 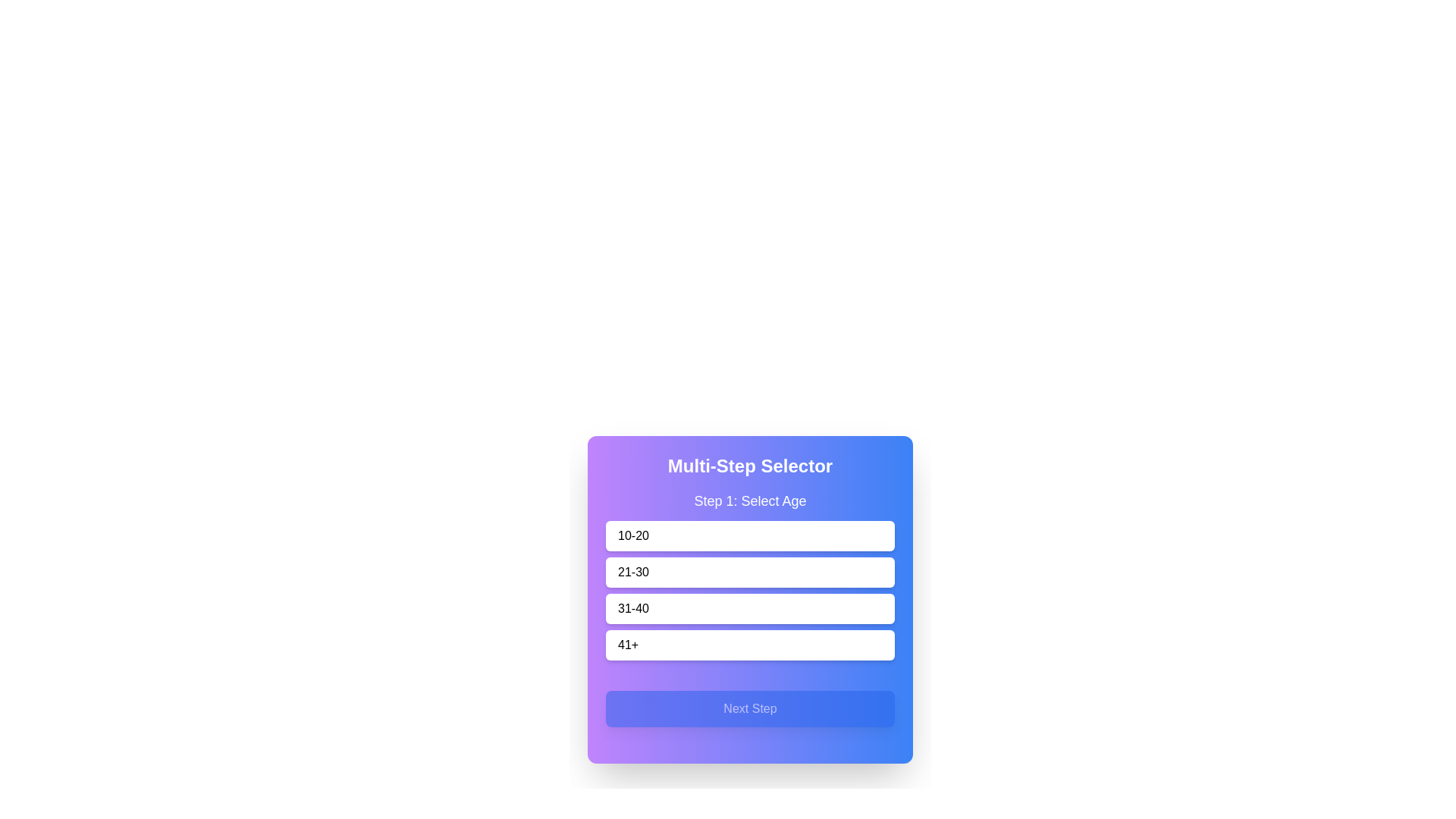 What do you see at coordinates (633, 573) in the screenshot?
I see `the text label displaying '21-30' within the second selectable card in the vertical stack of age ranges` at bounding box center [633, 573].